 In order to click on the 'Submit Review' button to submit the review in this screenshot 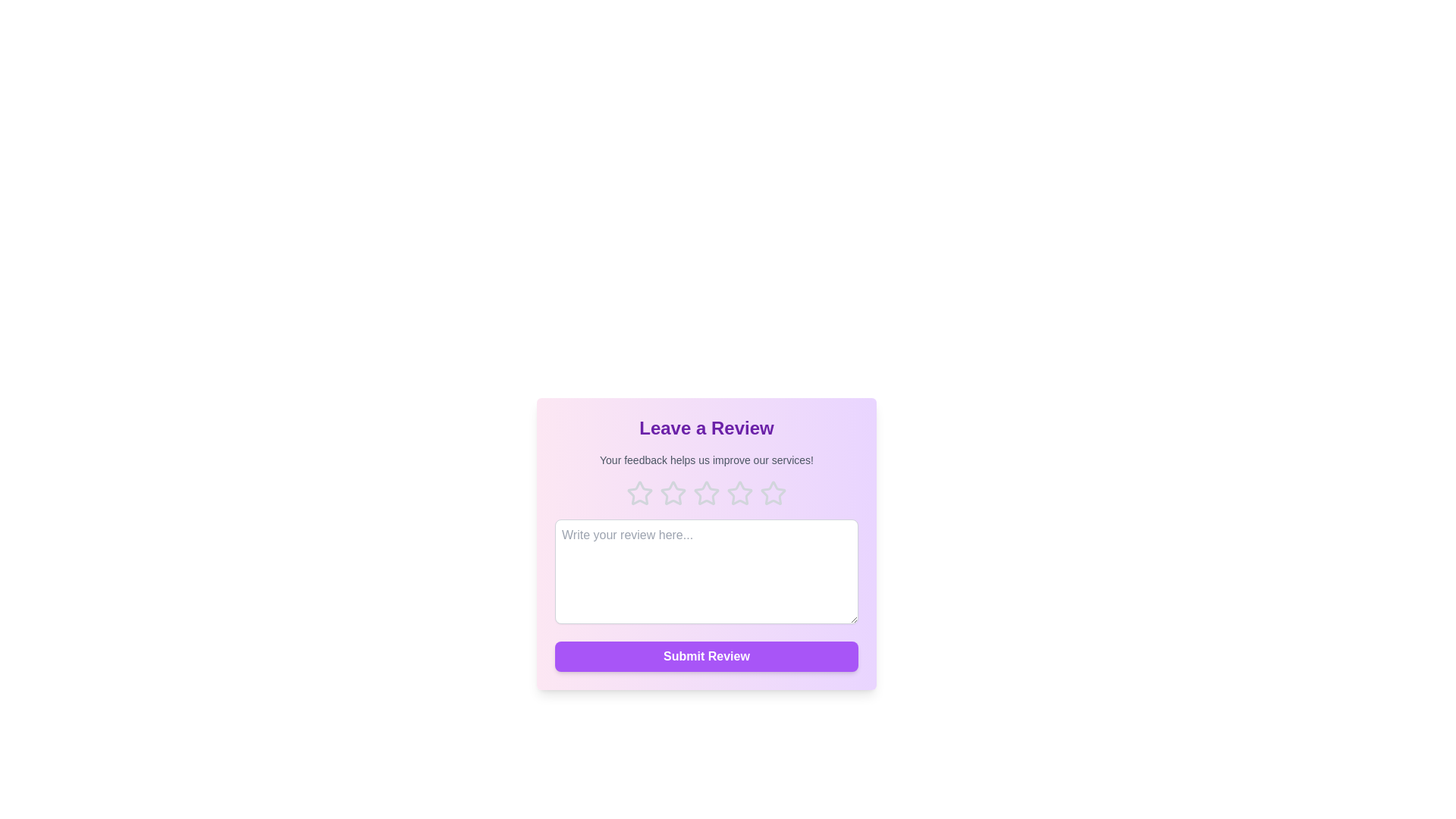, I will do `click(705, 656)`.